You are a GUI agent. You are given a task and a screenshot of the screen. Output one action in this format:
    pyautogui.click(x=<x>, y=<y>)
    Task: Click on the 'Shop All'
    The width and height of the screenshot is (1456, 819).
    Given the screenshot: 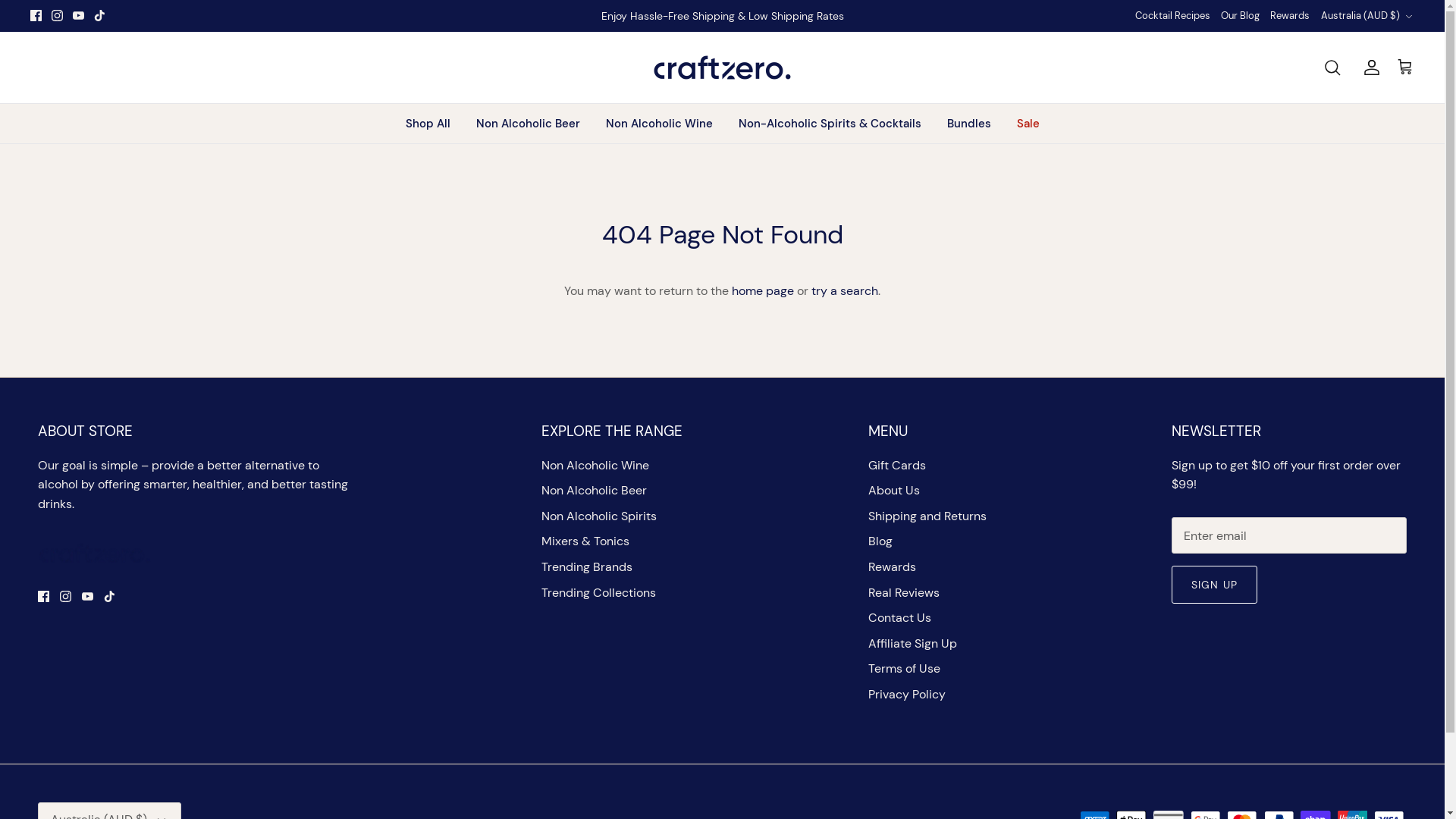 What is the action you would take?
    pyautogui.click(x=427, y=123)
    